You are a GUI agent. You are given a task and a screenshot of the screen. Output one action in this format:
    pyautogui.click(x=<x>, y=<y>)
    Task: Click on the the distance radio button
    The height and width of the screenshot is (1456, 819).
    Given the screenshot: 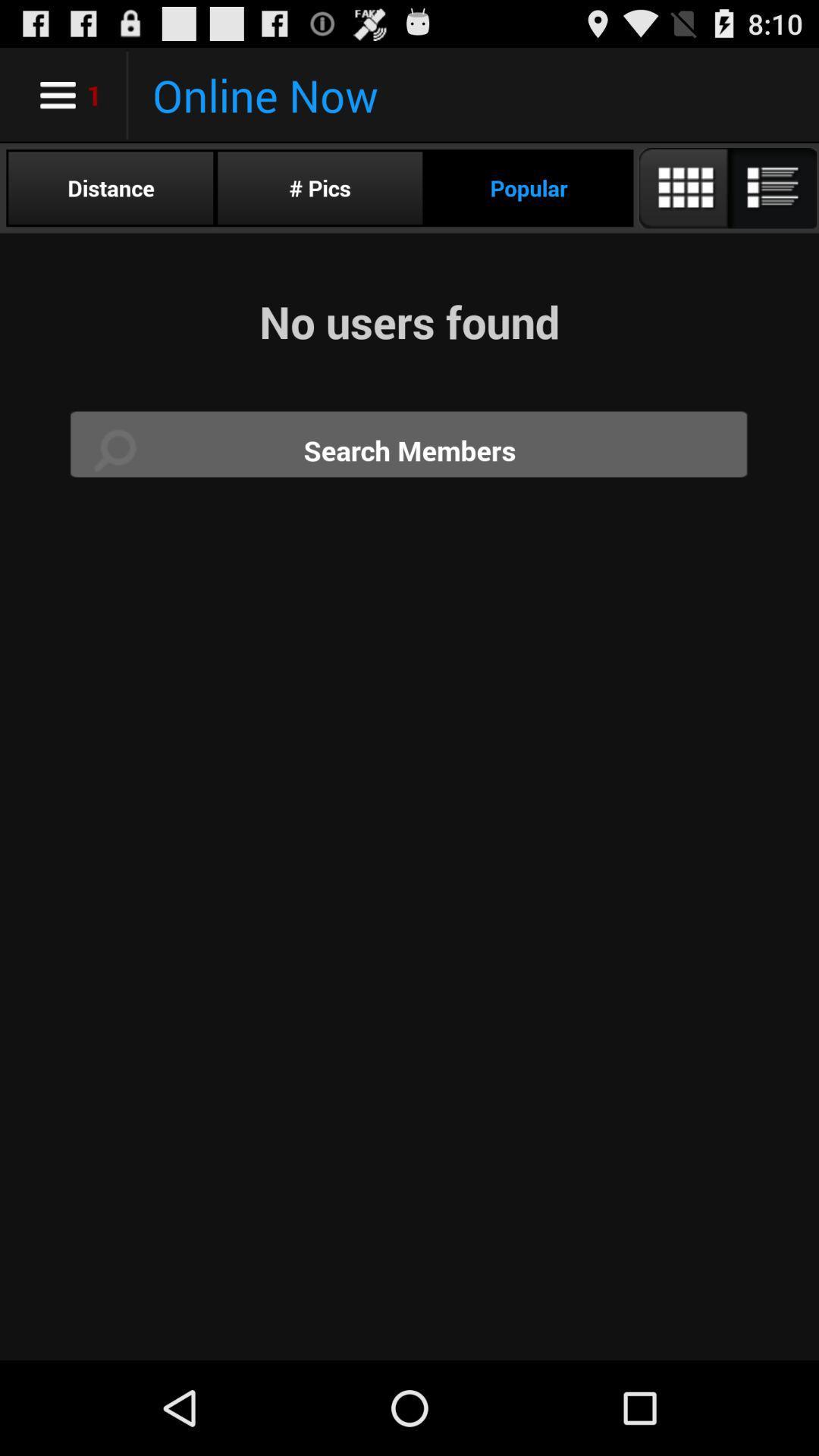 What is the action you would take?
    pyautogui.click(x=110, y=187)
    